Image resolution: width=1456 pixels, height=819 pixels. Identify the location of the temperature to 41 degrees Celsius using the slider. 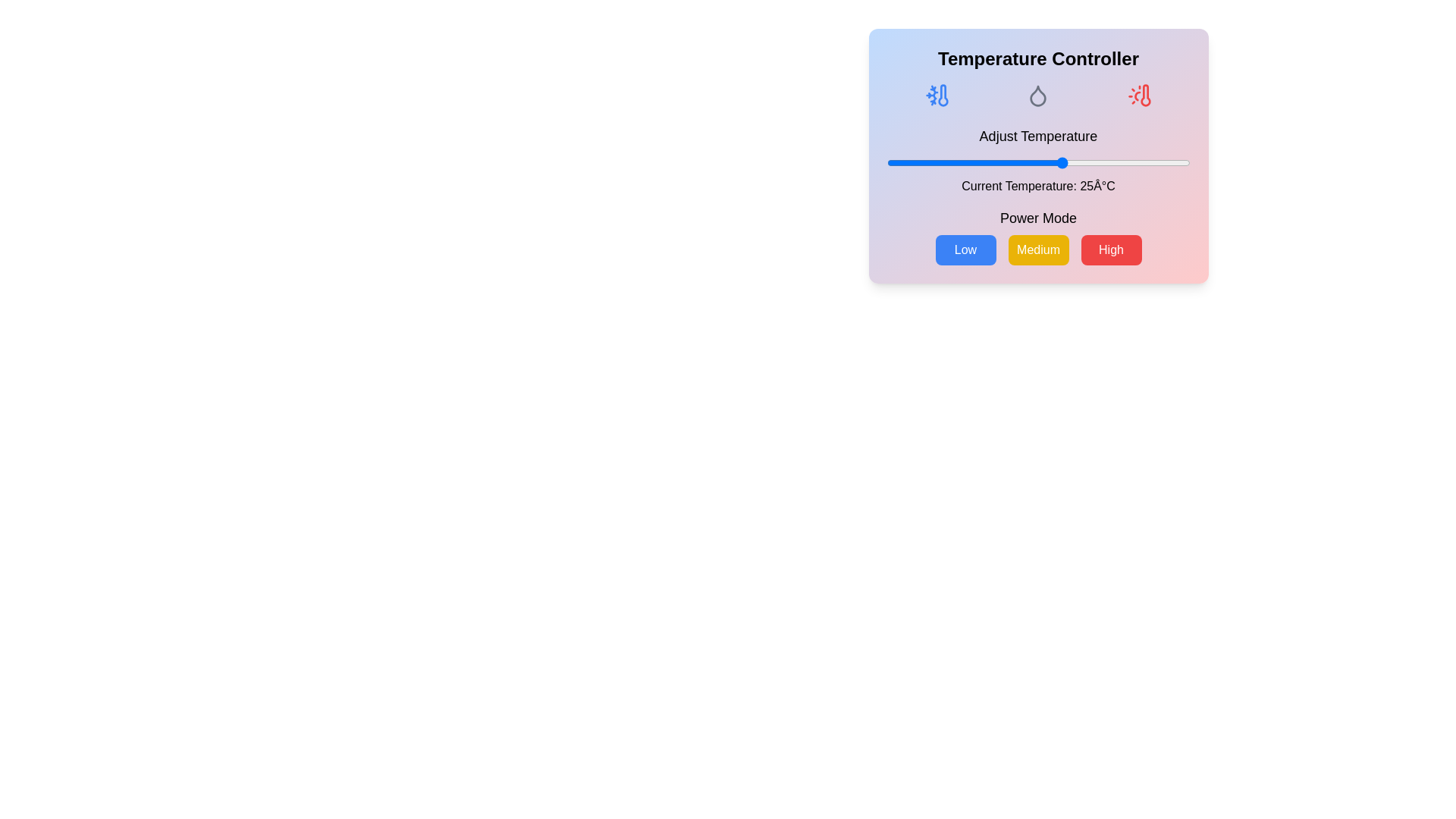
(1144, 163).